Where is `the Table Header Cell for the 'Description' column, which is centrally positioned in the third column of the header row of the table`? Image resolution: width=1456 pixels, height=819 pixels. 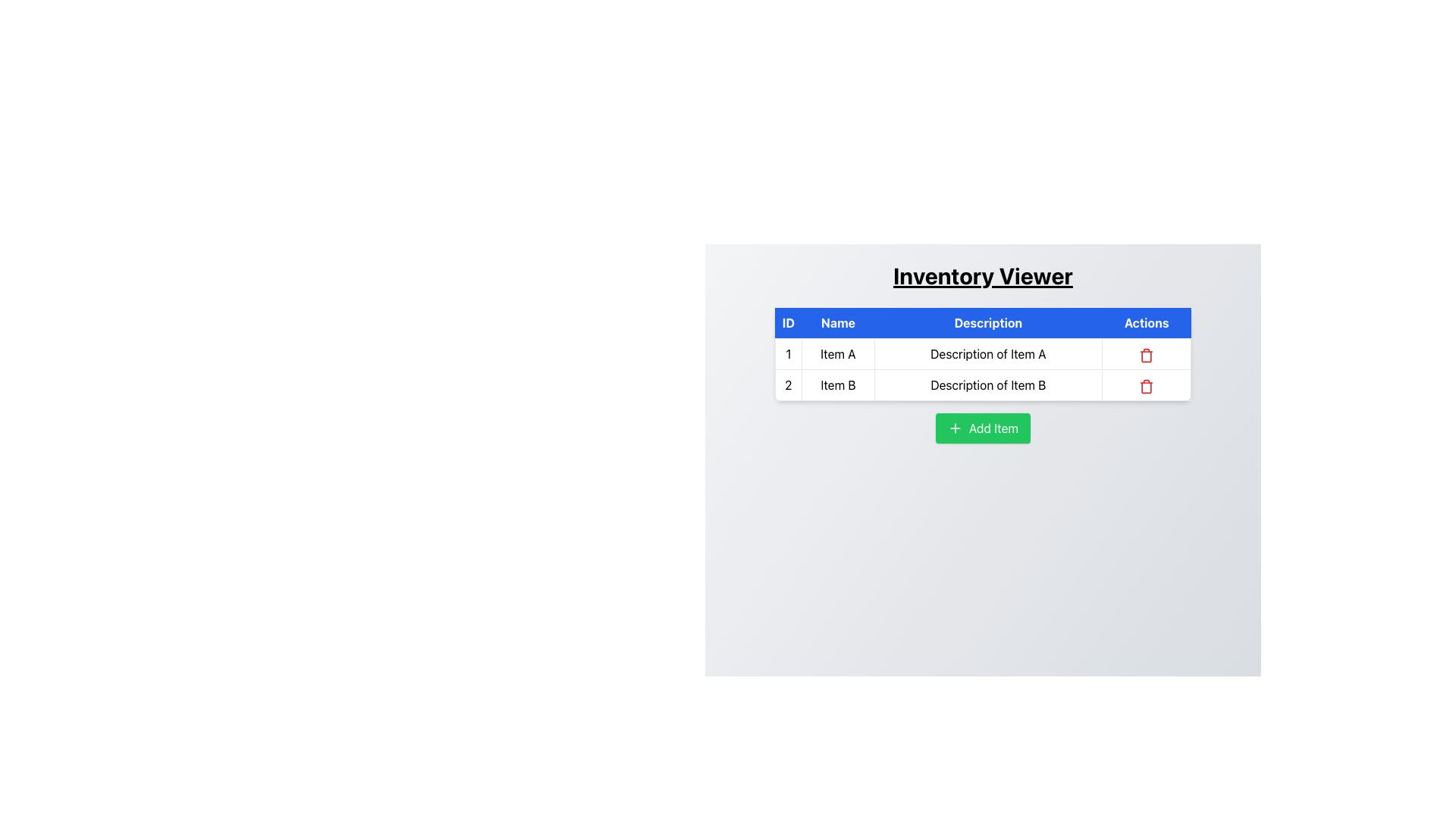
the Table Header Cell for the 'Description' column, which is centrally positioned in the third column of the header row of the table is located at coordinates (988, 322).